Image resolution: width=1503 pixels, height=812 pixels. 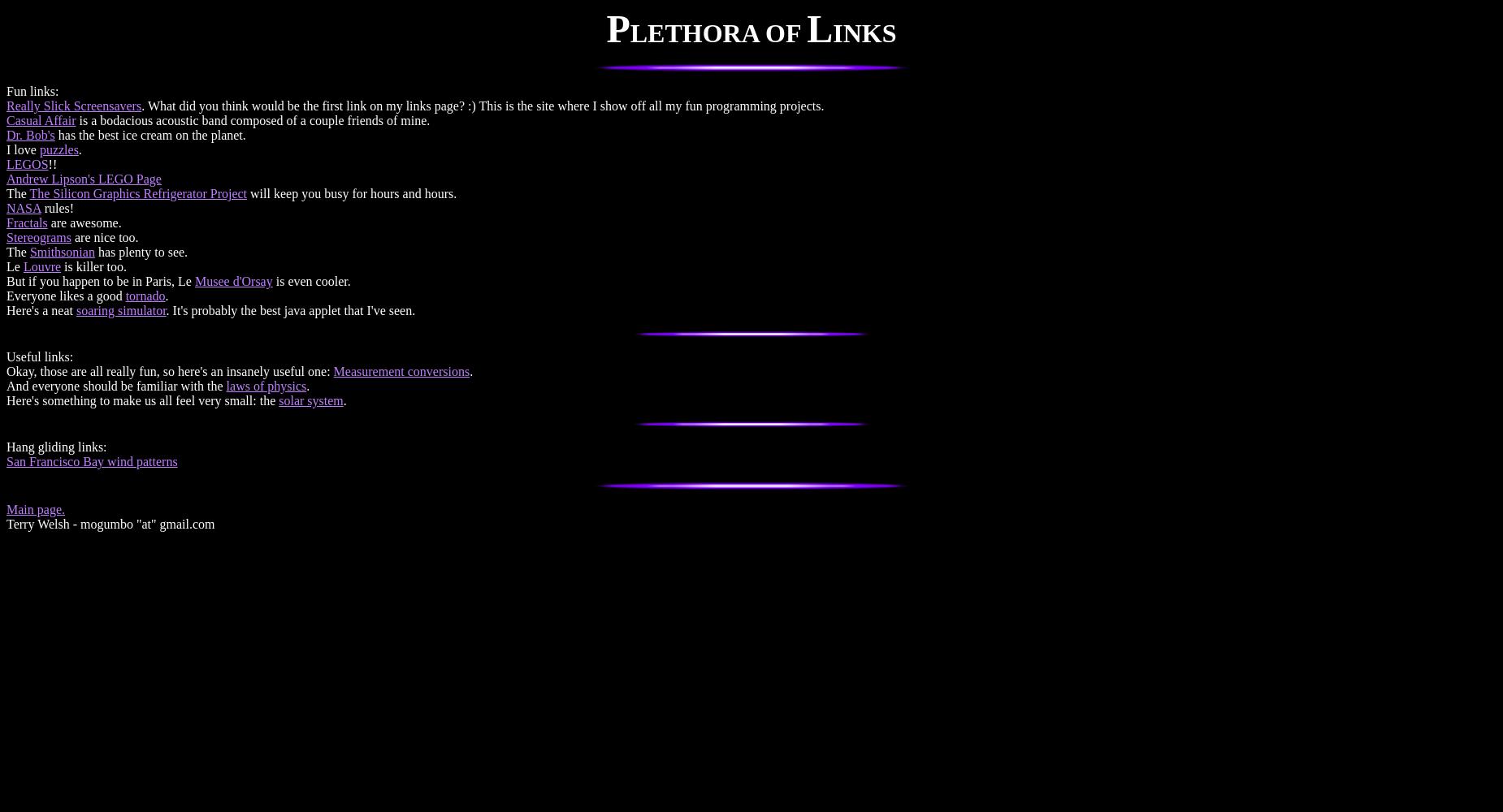 What do you see at coordinates (23, 208) in the screenshot?
I see `'NASA'` at bounding box center [23, 208].